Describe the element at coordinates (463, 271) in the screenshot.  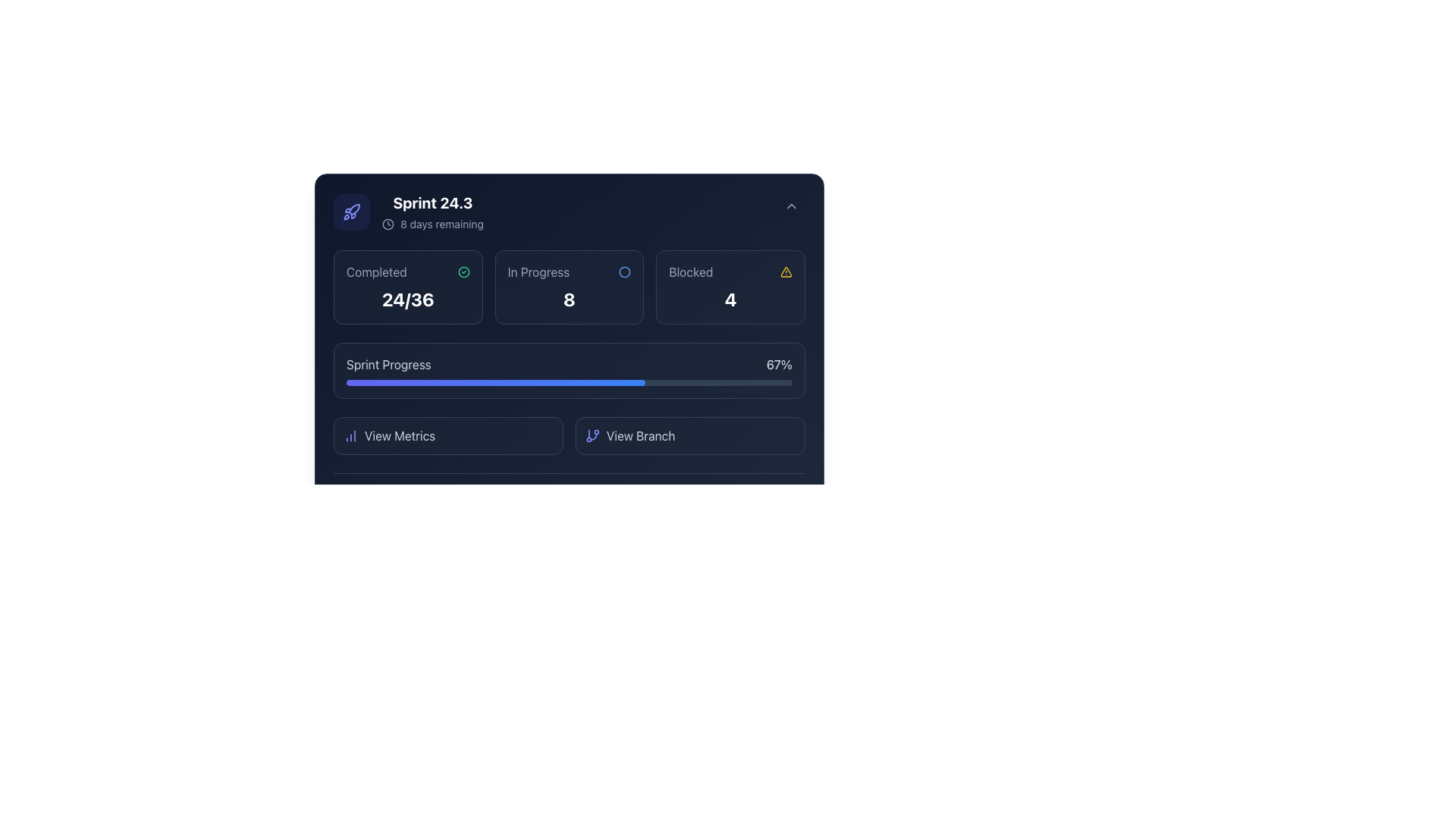
I see `the small circle icon with a checkmark inside, which is styled with a thin border and a greenish color, located next to the 'Completed' text within a dark-themed status card` at that location.